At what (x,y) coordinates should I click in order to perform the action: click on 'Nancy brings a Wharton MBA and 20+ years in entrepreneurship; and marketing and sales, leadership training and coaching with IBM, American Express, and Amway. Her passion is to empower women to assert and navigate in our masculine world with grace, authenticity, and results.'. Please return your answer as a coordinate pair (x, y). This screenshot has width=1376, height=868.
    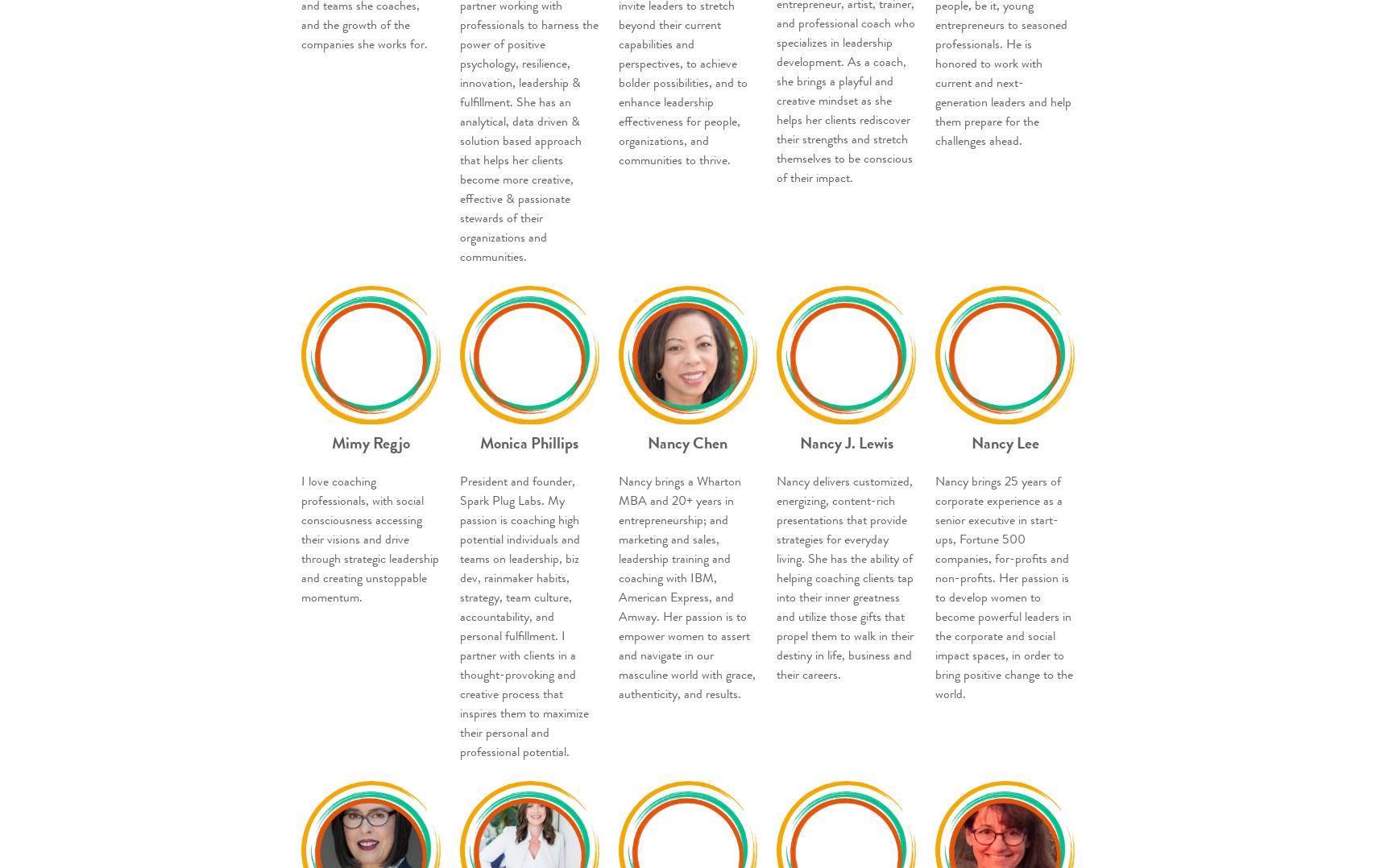
    Looking at the image, I should click on (686, 587).